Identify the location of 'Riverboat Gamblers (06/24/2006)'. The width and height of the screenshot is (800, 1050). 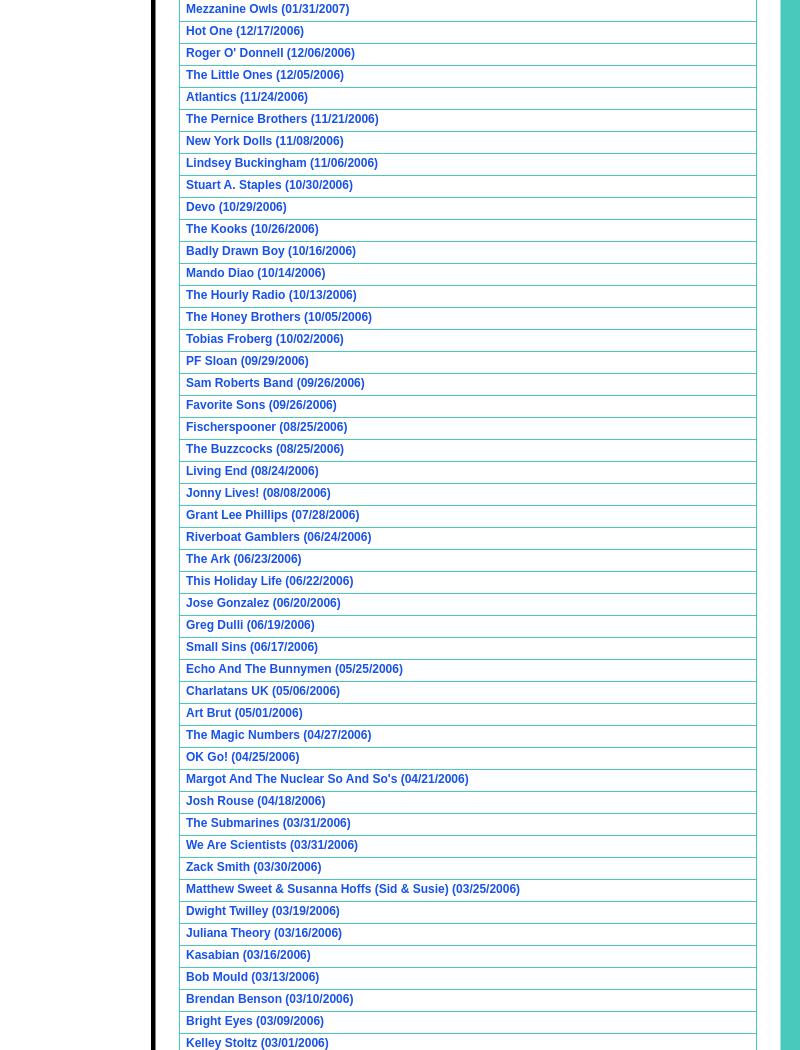
(185, 536).